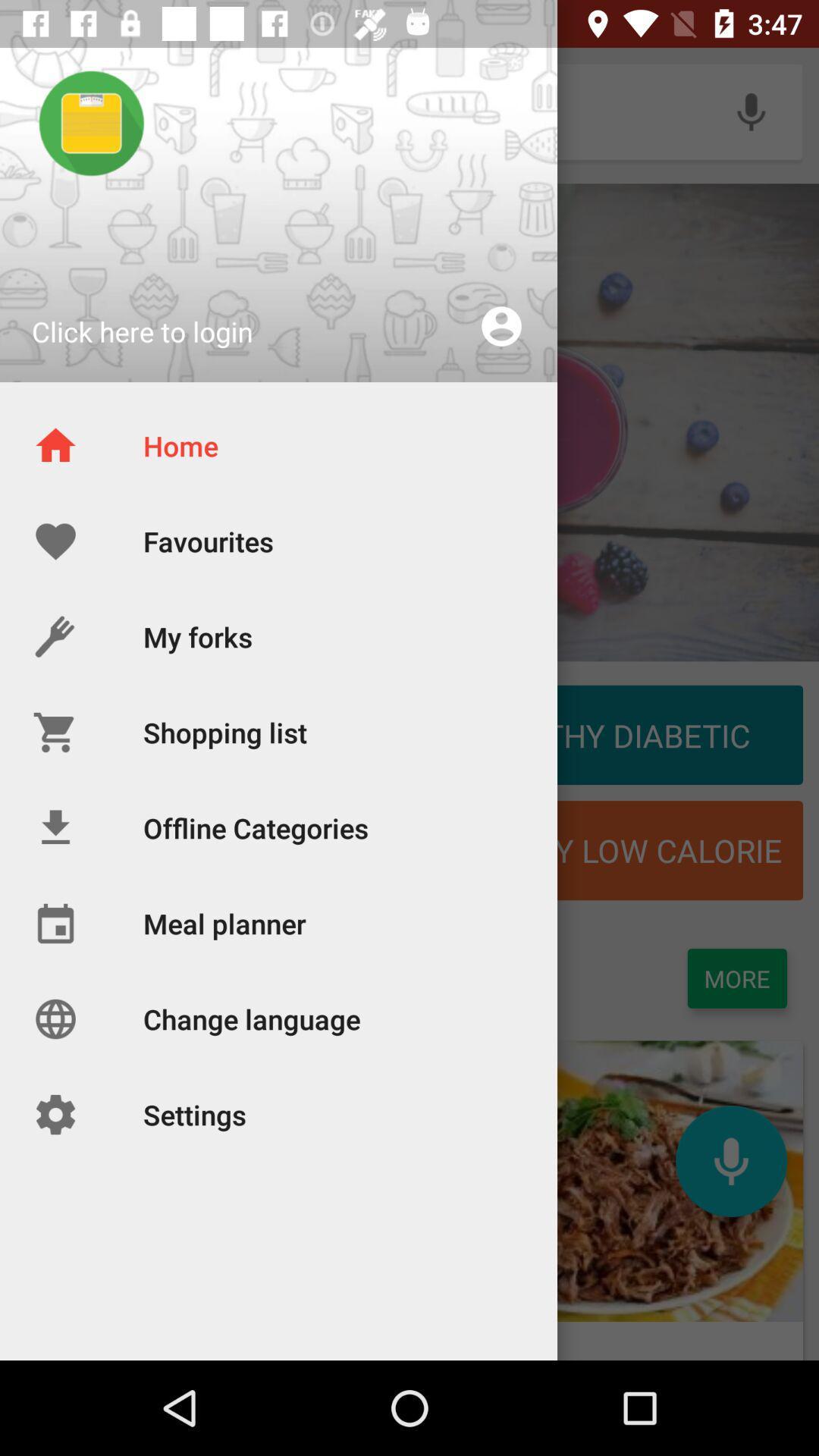 Image resolution: width=819 pixels, height=1456 pixels. What do you see at coordinates (141, 1181) in the screenshot?
I see `the settings button` at bounding box center [141, 1181].